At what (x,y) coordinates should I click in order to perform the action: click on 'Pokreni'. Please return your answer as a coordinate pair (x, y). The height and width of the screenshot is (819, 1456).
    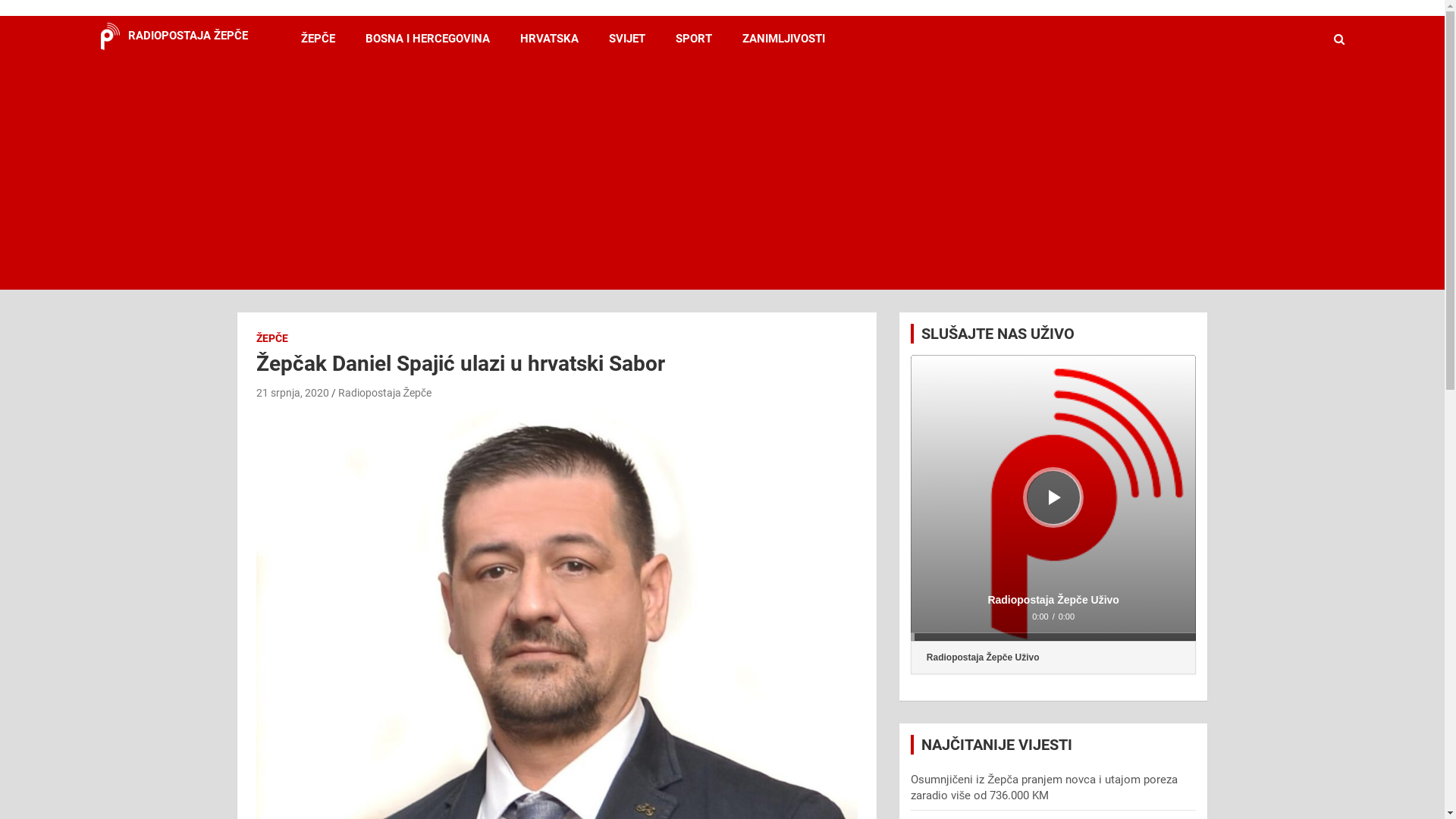
    Looking at the image, I should click on (1047, 497).